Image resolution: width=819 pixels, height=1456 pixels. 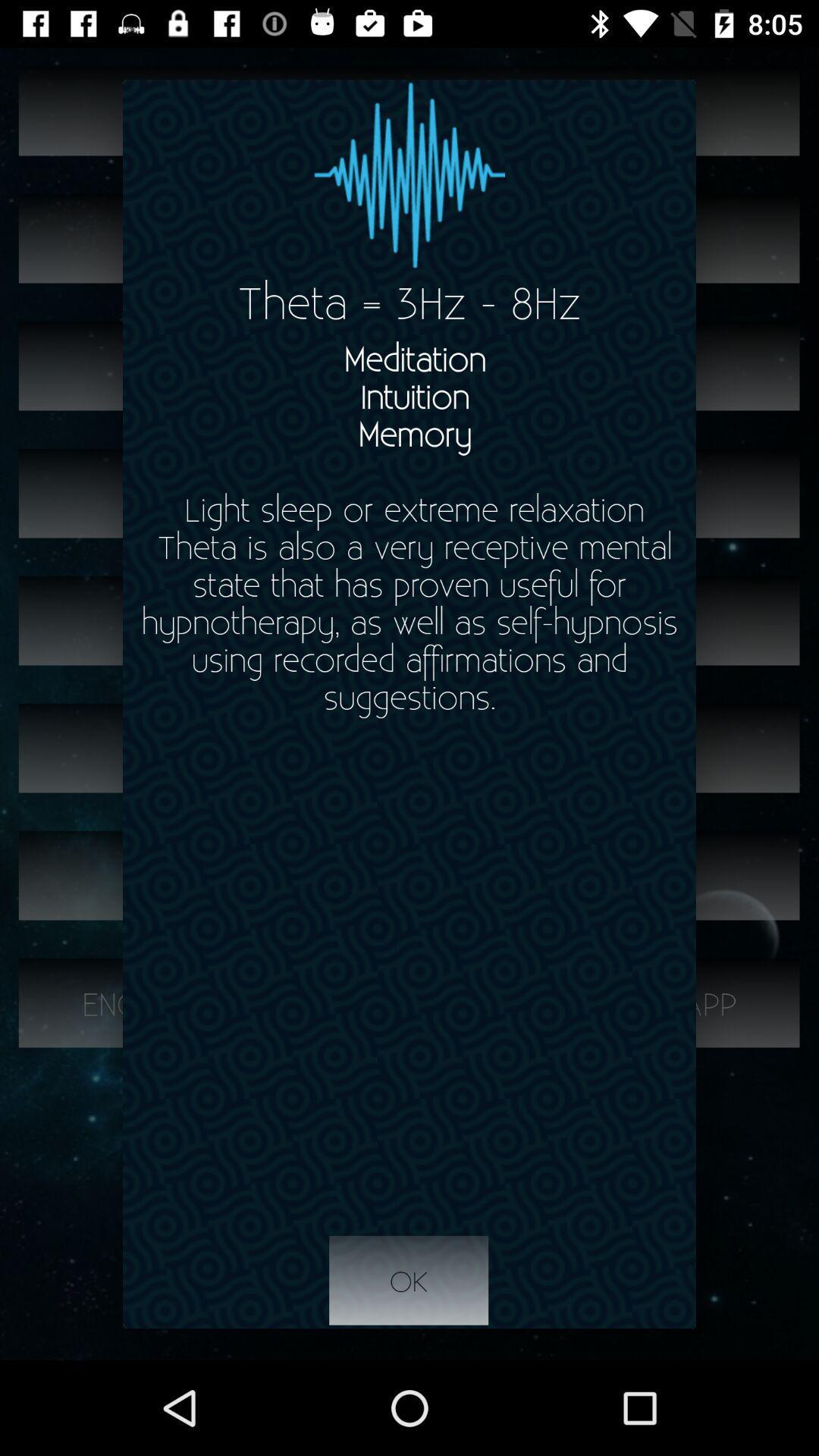 What do you see at coordinates (408, 1280) in the screenshot?
I see `item below meditation intuition memory app` at bounding box center [408, 1280].